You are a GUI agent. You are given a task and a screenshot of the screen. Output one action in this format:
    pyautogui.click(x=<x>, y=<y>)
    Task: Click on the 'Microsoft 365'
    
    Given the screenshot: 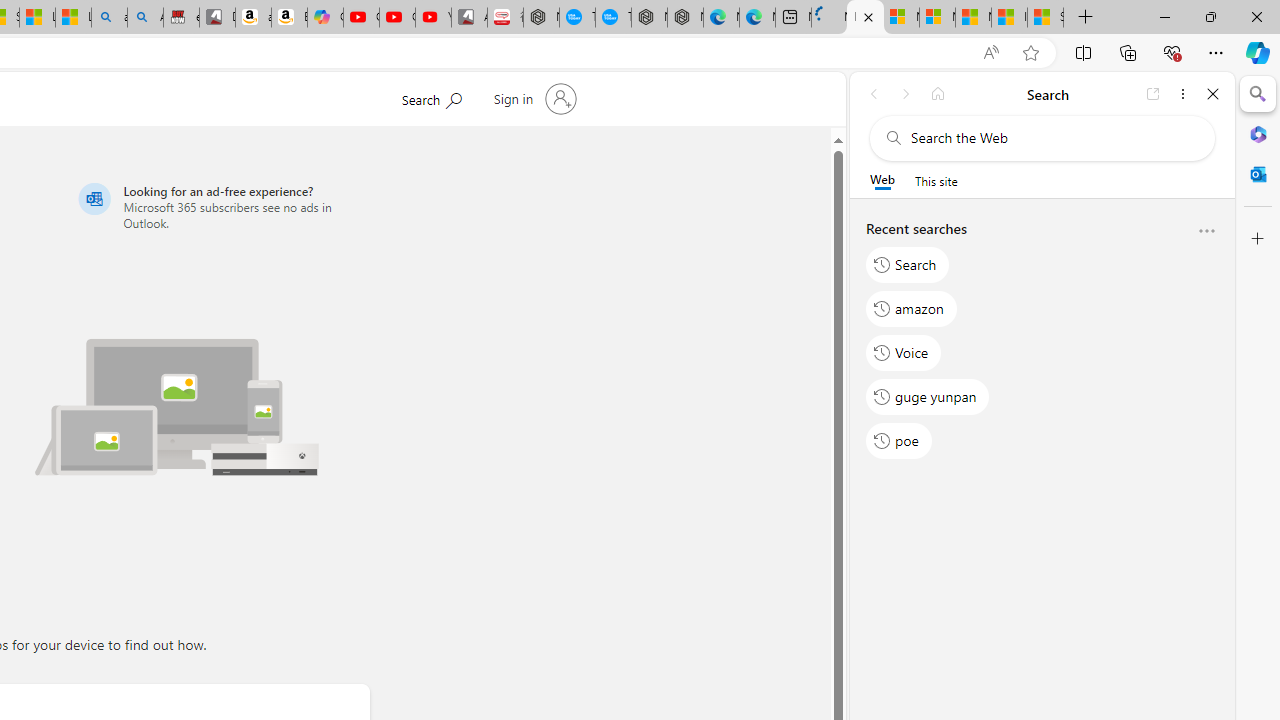 What is the action you would take?
    pyautogui.click(x=1257, y=133)
    